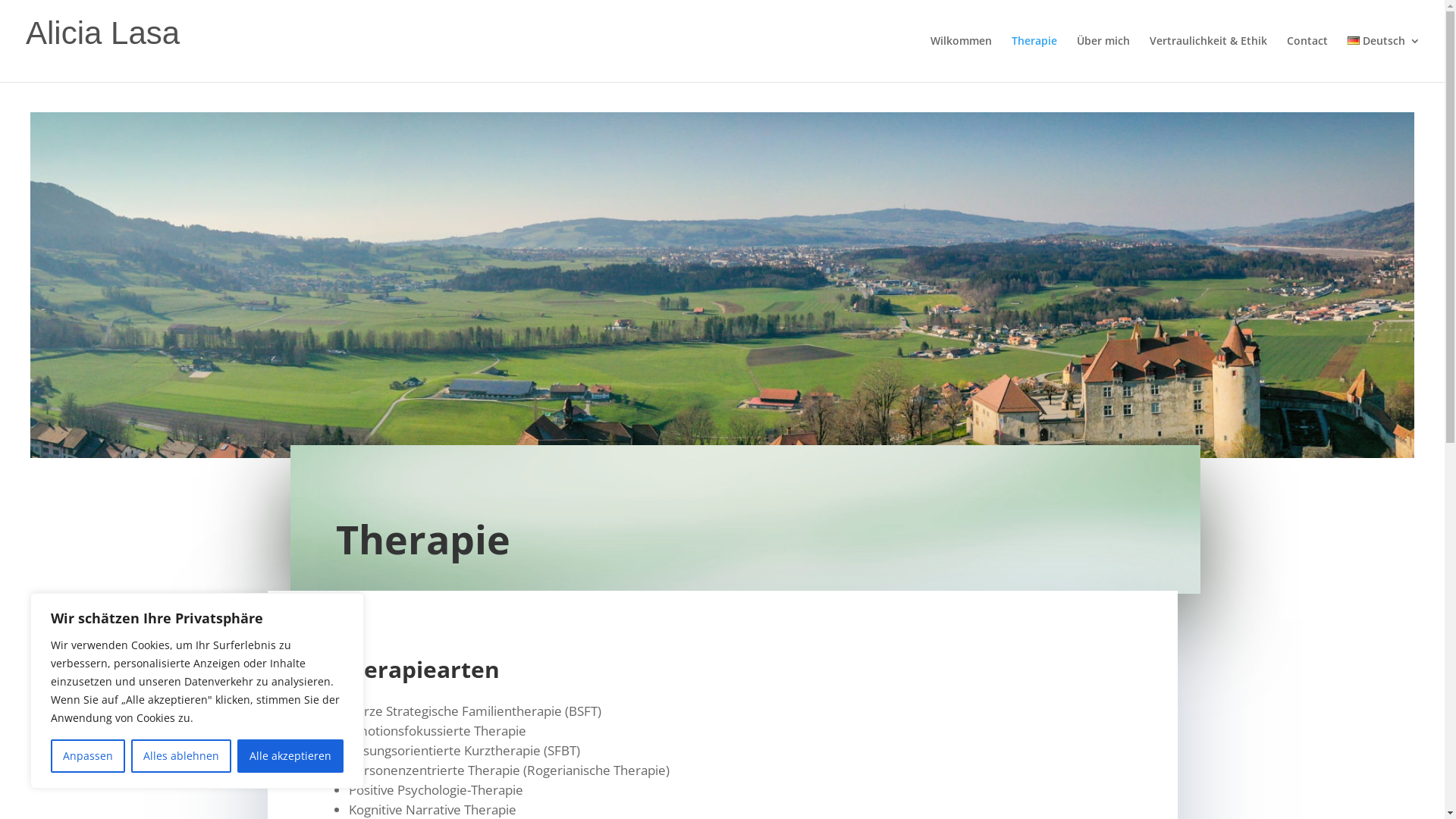 The image size is (1456, 819). Describe the element at coordinates (1306, 58) in the screenshot. I see `'Contact'` at that location.